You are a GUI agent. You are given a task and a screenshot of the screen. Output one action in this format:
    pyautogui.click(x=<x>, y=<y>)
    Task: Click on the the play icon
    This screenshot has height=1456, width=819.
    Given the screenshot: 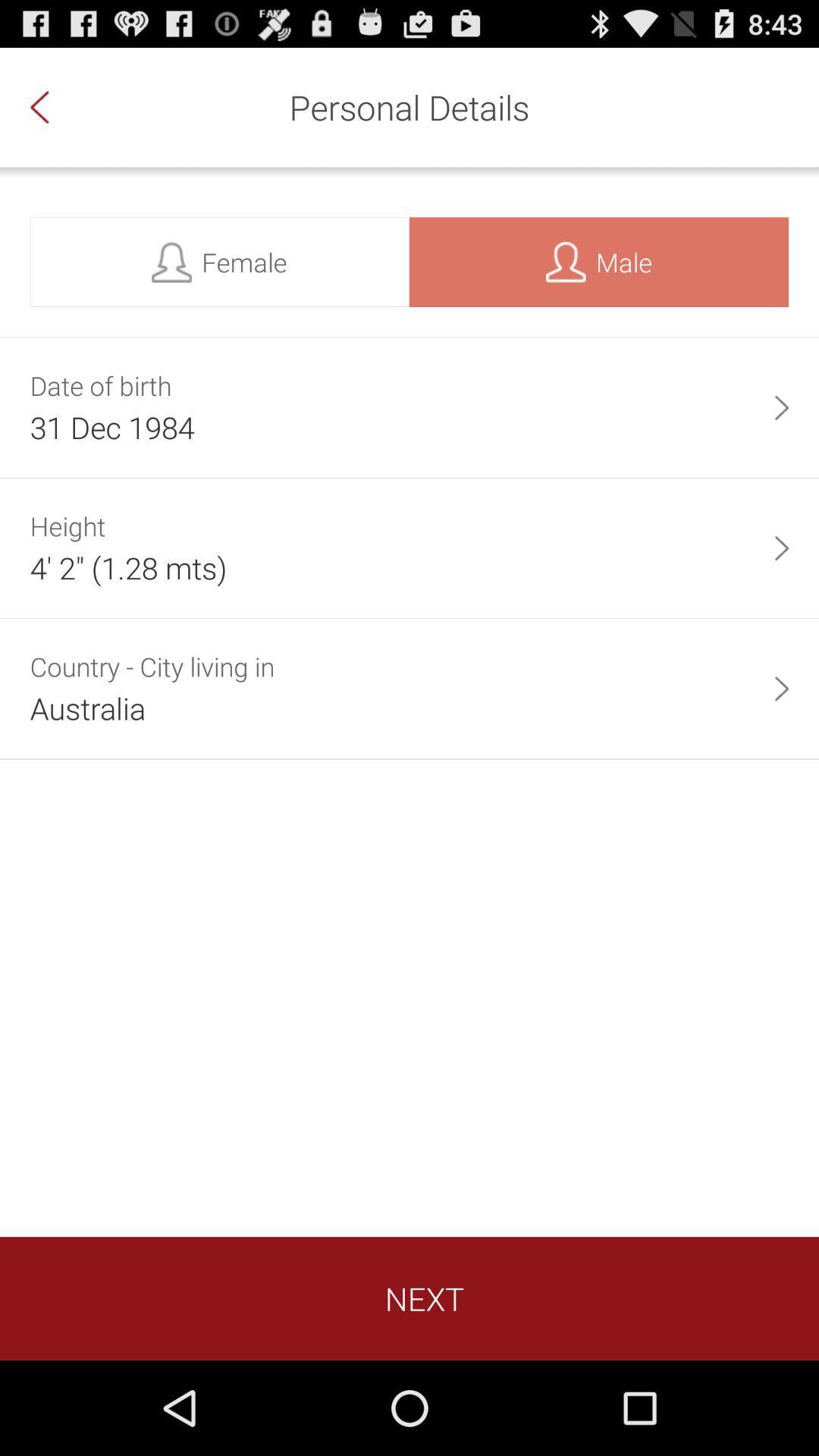 What is the action you would take?
    pyautogui.click(x=781, y=435)
    